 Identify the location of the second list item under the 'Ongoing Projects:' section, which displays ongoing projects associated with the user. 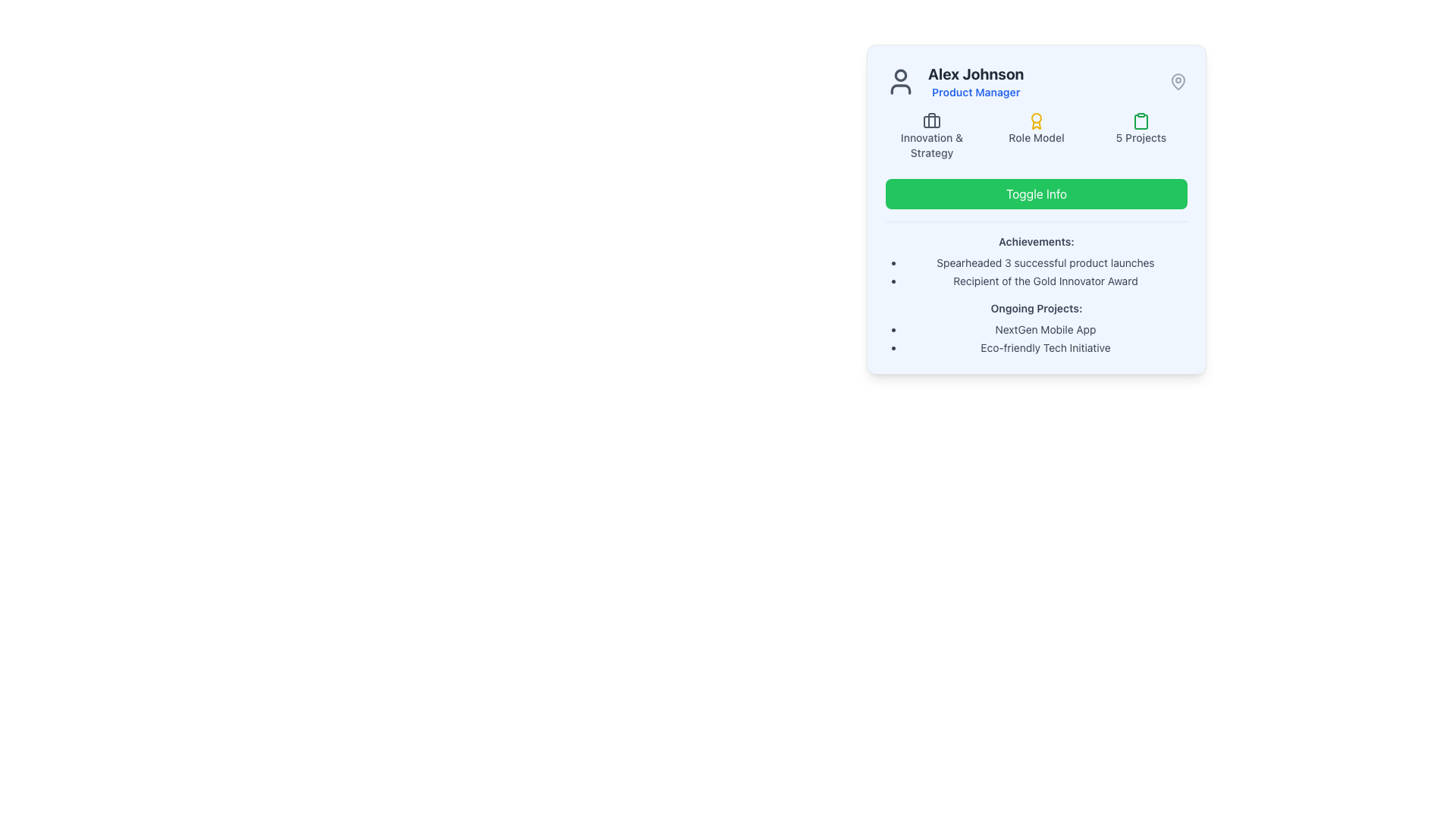
(1036, 338).